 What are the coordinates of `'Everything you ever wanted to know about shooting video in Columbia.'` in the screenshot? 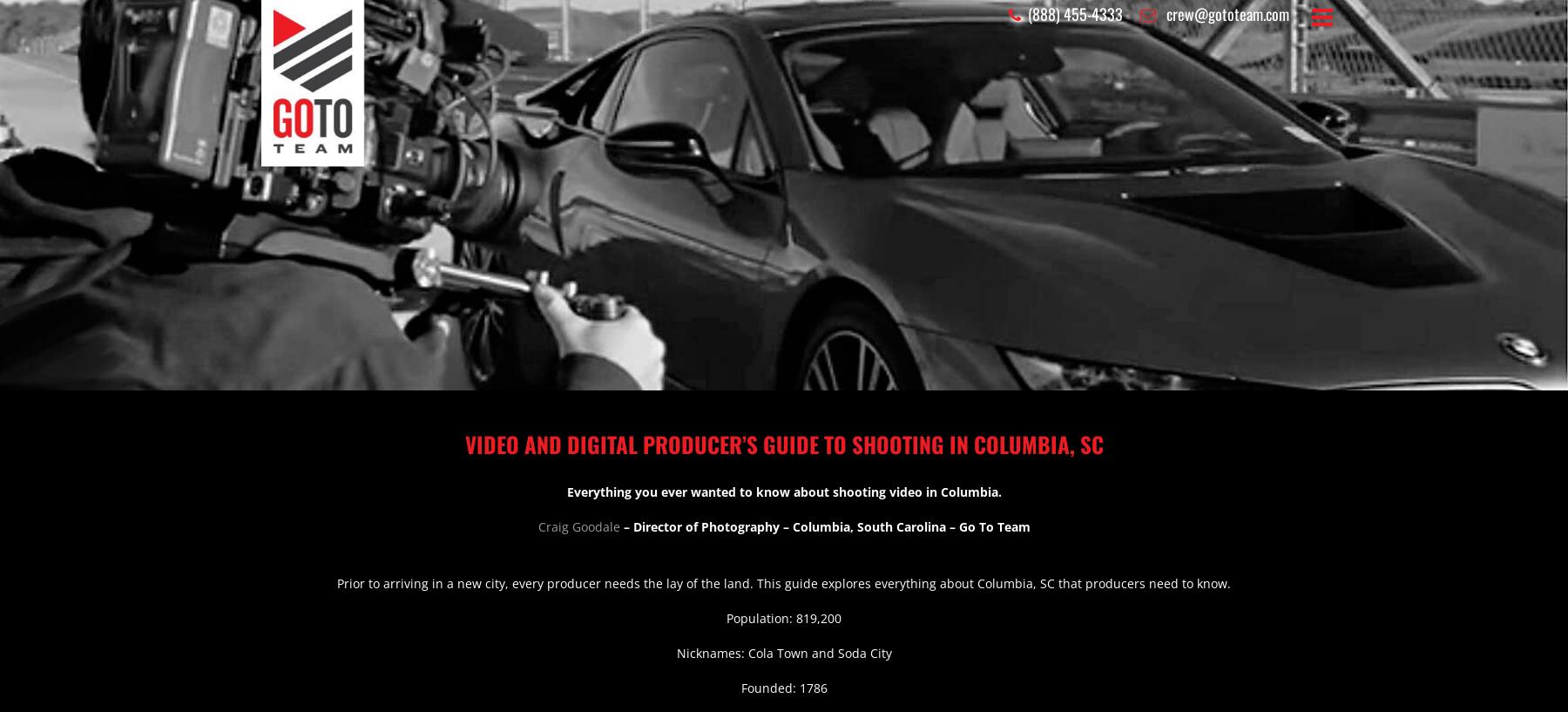 It's located at (783, 491).